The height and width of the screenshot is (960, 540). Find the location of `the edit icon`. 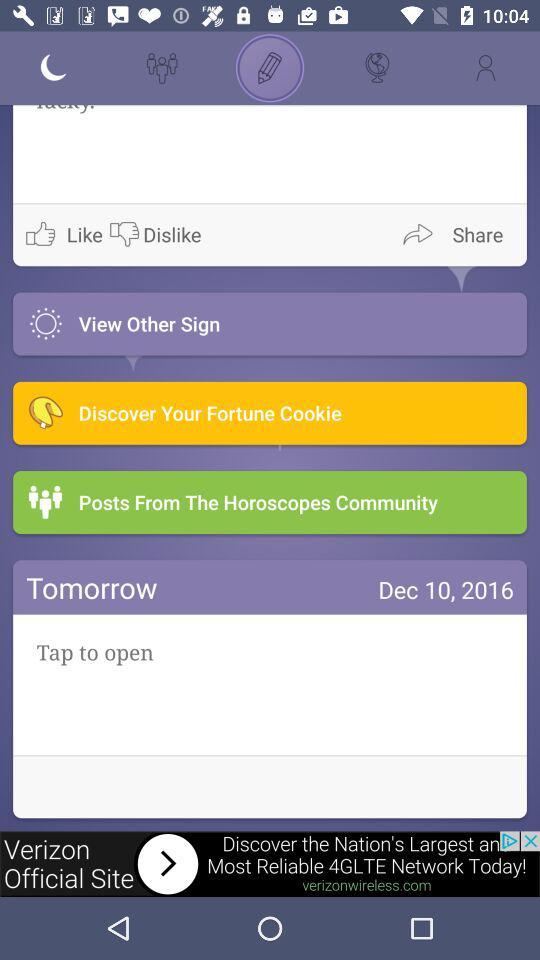

the edit icon is located at coordinates (270, 68).